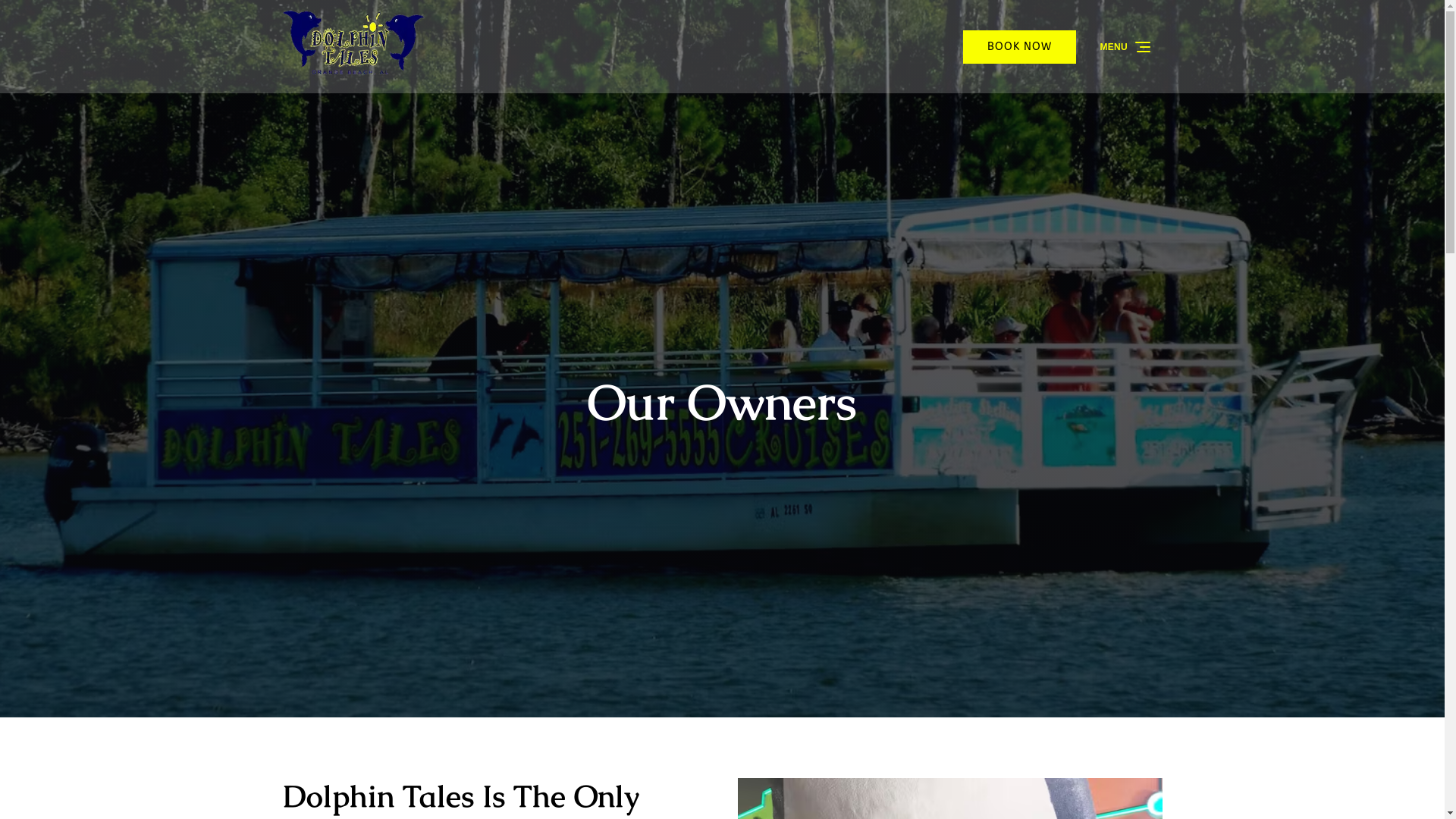 The width and height of the screenshot is (1456, 819). Describe the element at coordinates (1019, 45) in the screenshot. I see `'BOOK NOW'` at that location.